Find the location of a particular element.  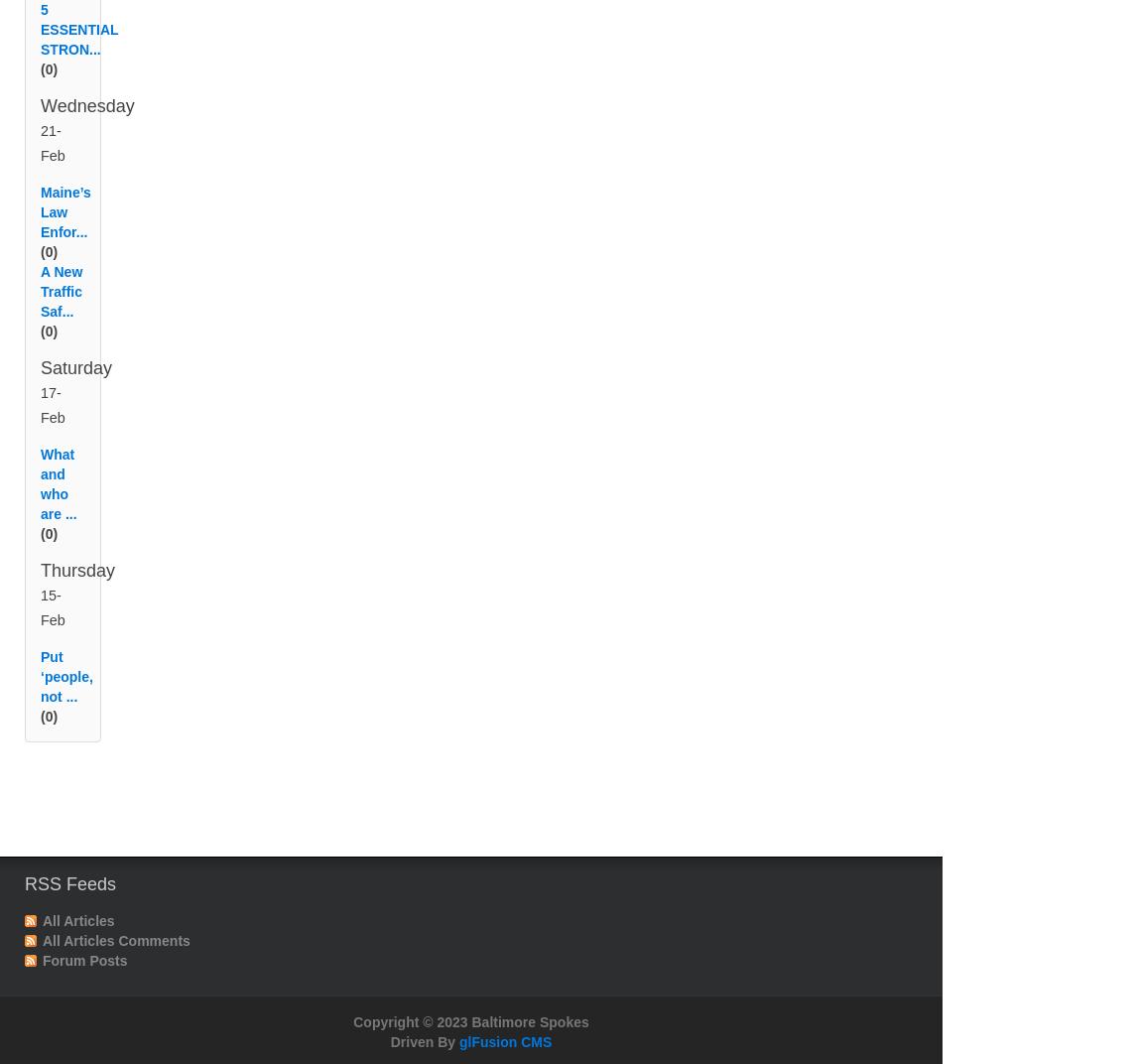

'Maine’s Law Enfor...' is located at coordinates (64, 235).